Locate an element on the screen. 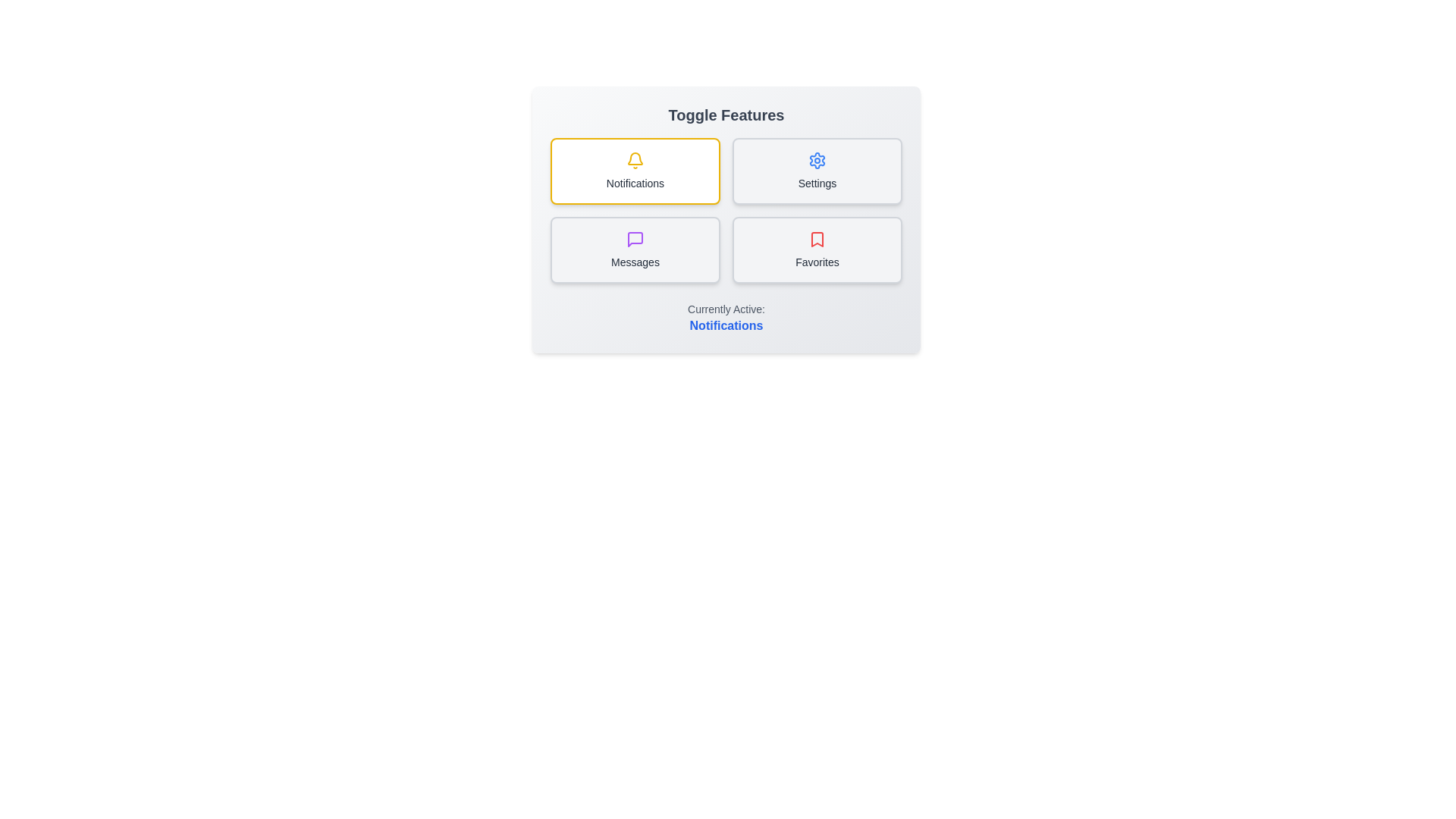 This screenshot has width=1456, height=819. the toggle option Notifications by clicking on its corresponding button is located at coordinates (635, 171).